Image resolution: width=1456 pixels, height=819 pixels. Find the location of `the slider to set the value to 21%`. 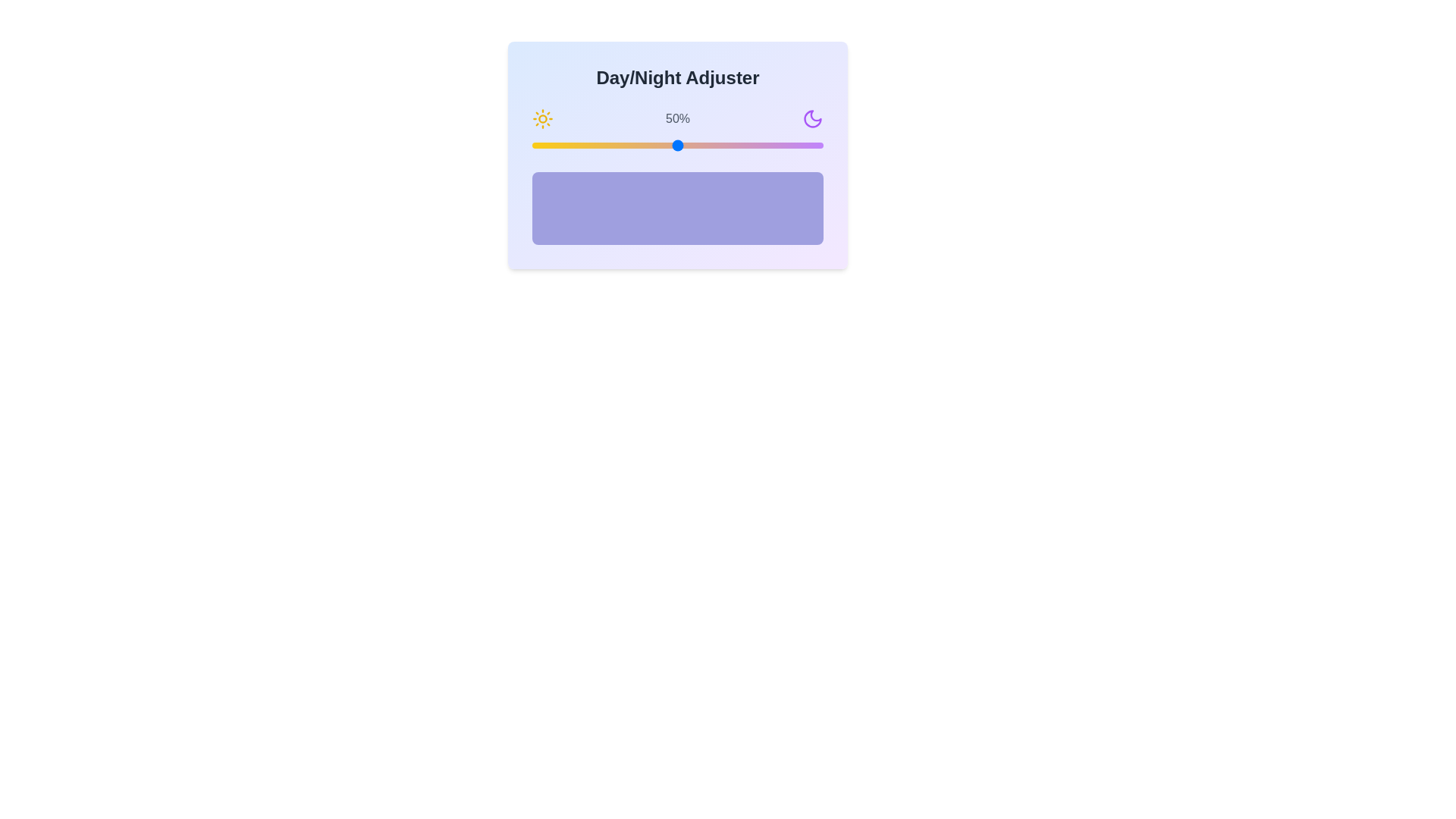

the slider to set the value to 21% is located at coordinates (592, 146).